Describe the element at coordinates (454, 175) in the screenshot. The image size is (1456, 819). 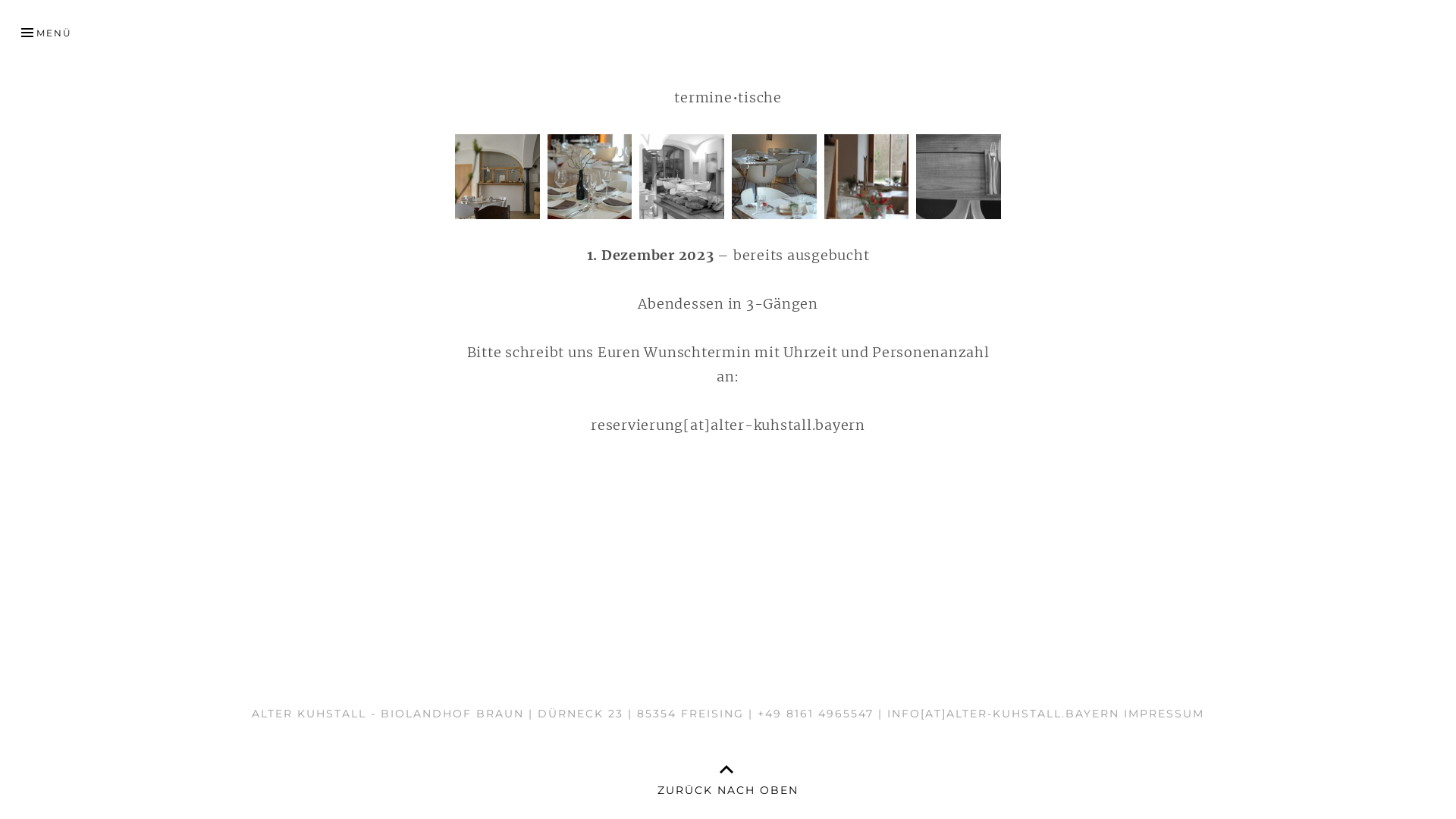
I see `'Raum 1'` at that location.